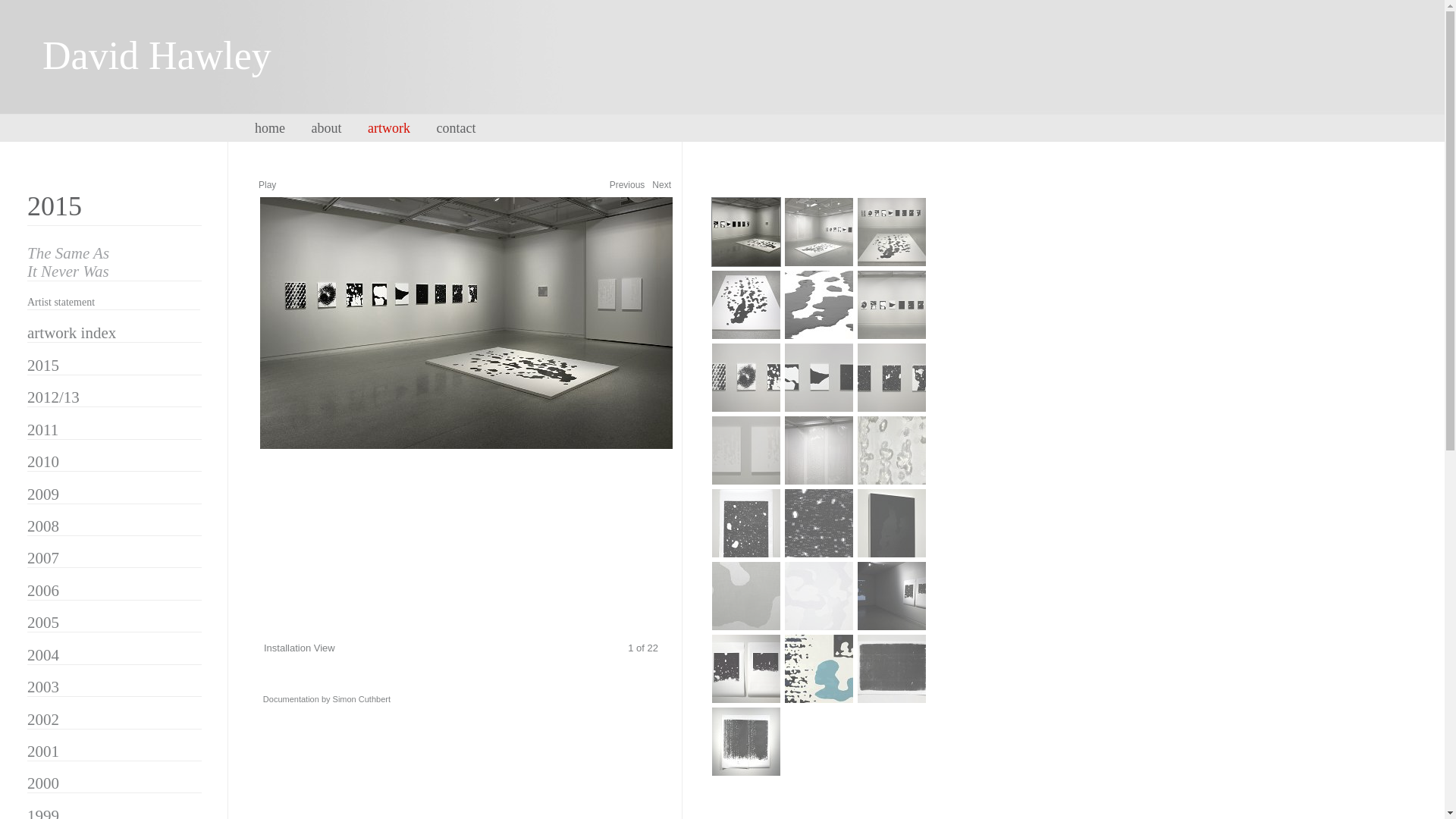 This screenshot has width=1456, height=819. What do you see at coordinates (43, 526) in the screenshot?
I see `'2008'` at bounding box center [43, 526].